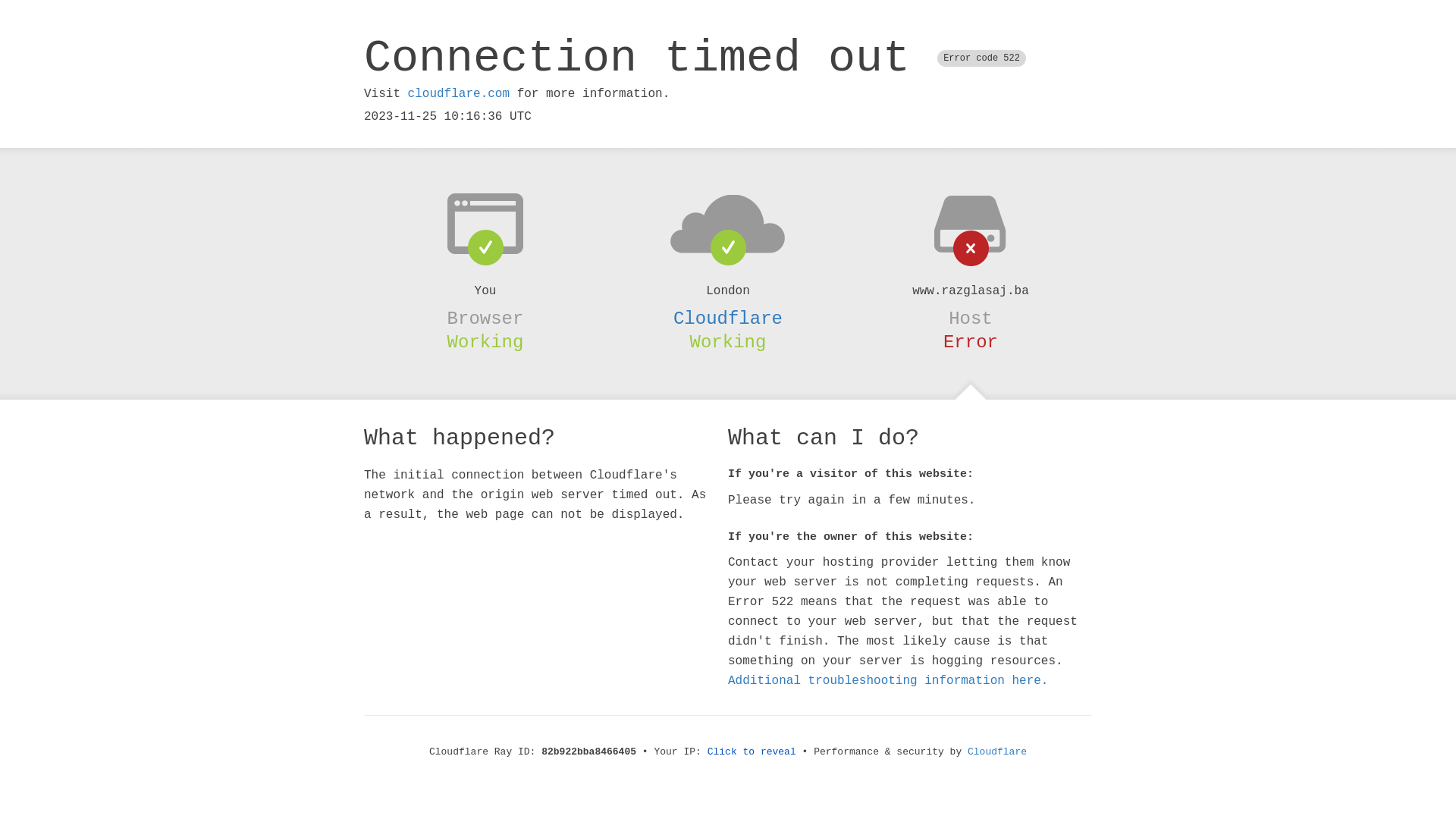 The image size is (1456, 819). Describe the element at coordinates (457, 93) in the screenshot. I see `'cloudflare.com'` at that location.